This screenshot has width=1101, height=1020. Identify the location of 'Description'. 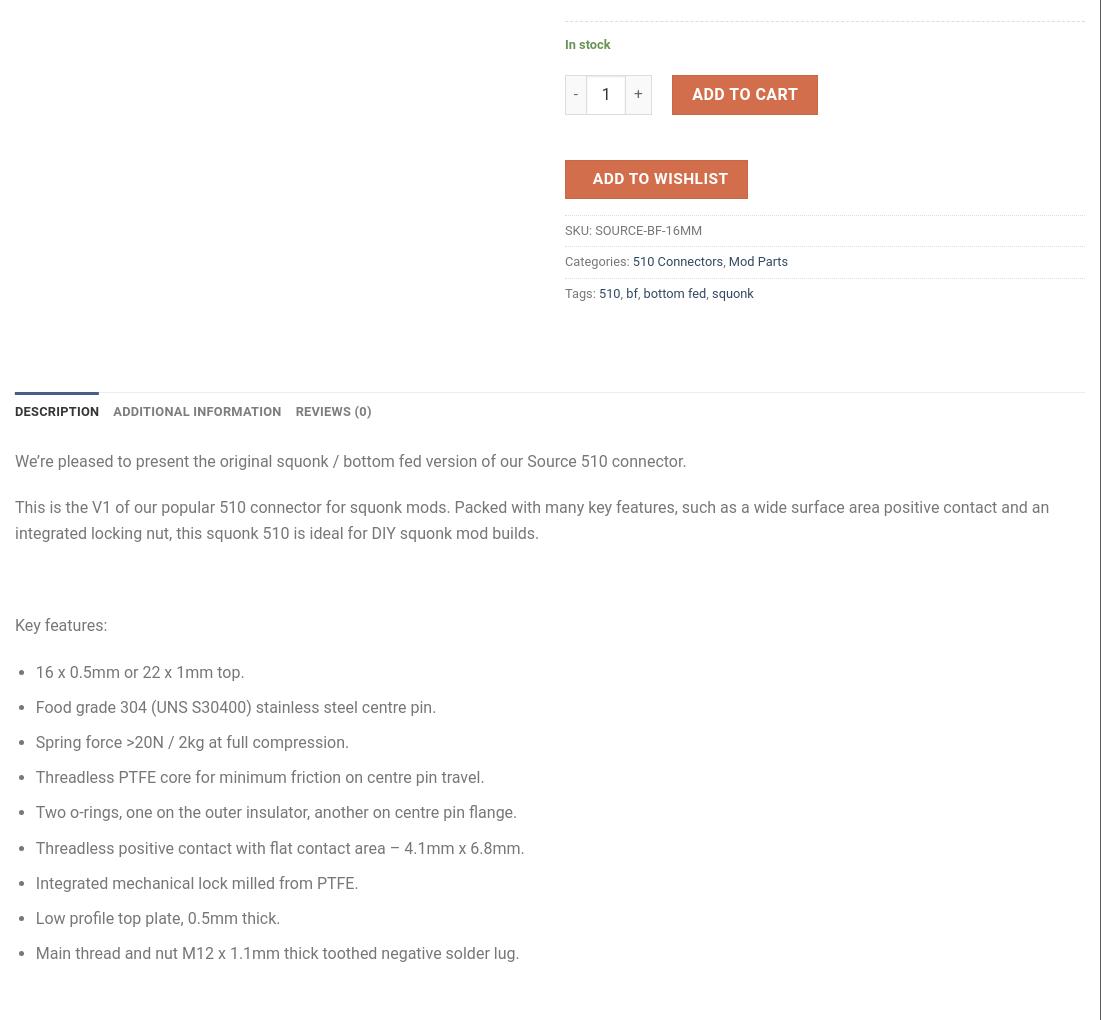
(56, 411).